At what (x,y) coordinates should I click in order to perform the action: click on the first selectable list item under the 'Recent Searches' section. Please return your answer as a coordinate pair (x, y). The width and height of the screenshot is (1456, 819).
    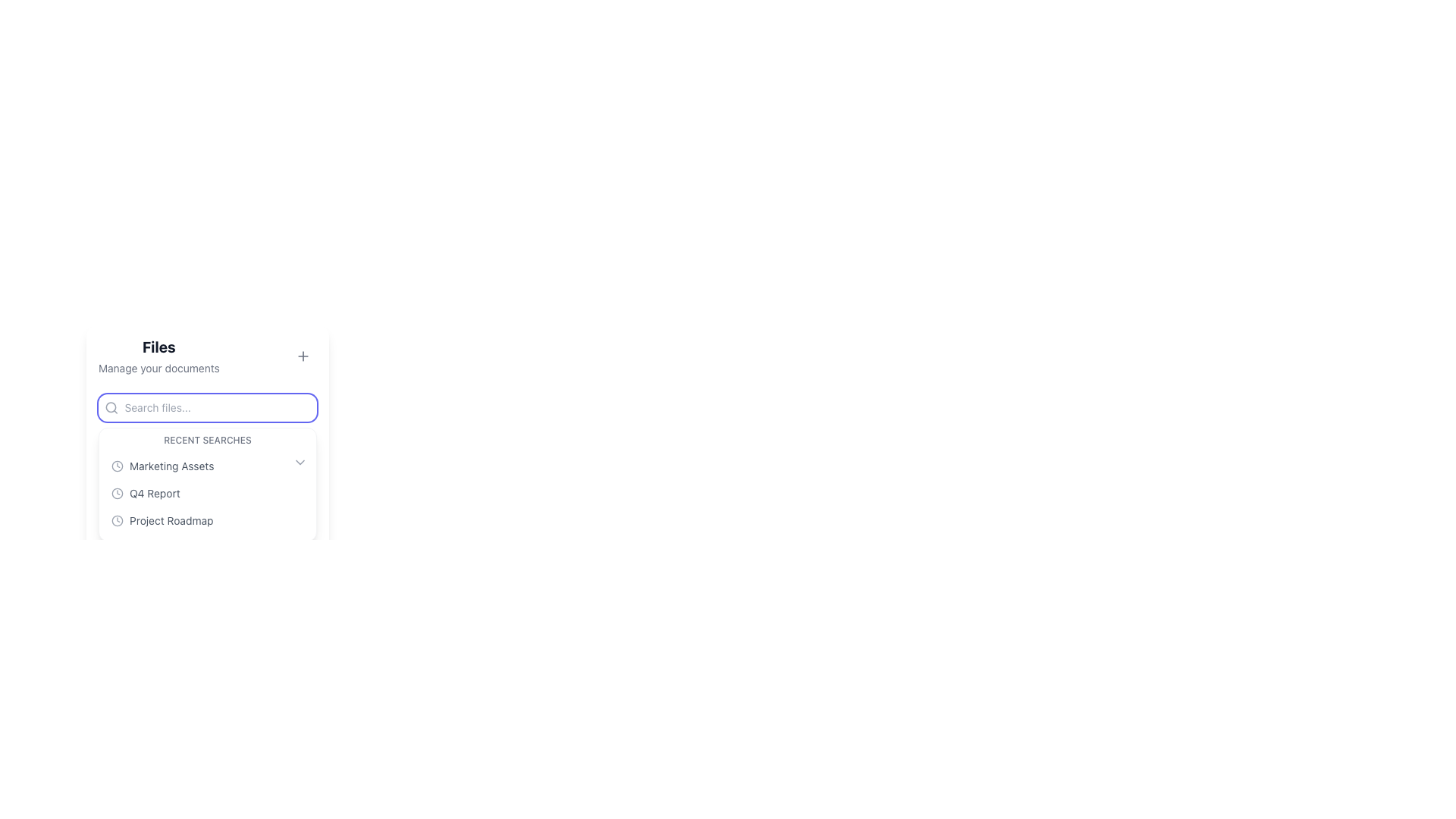
    Looking at the image, I should click on (206, 461).